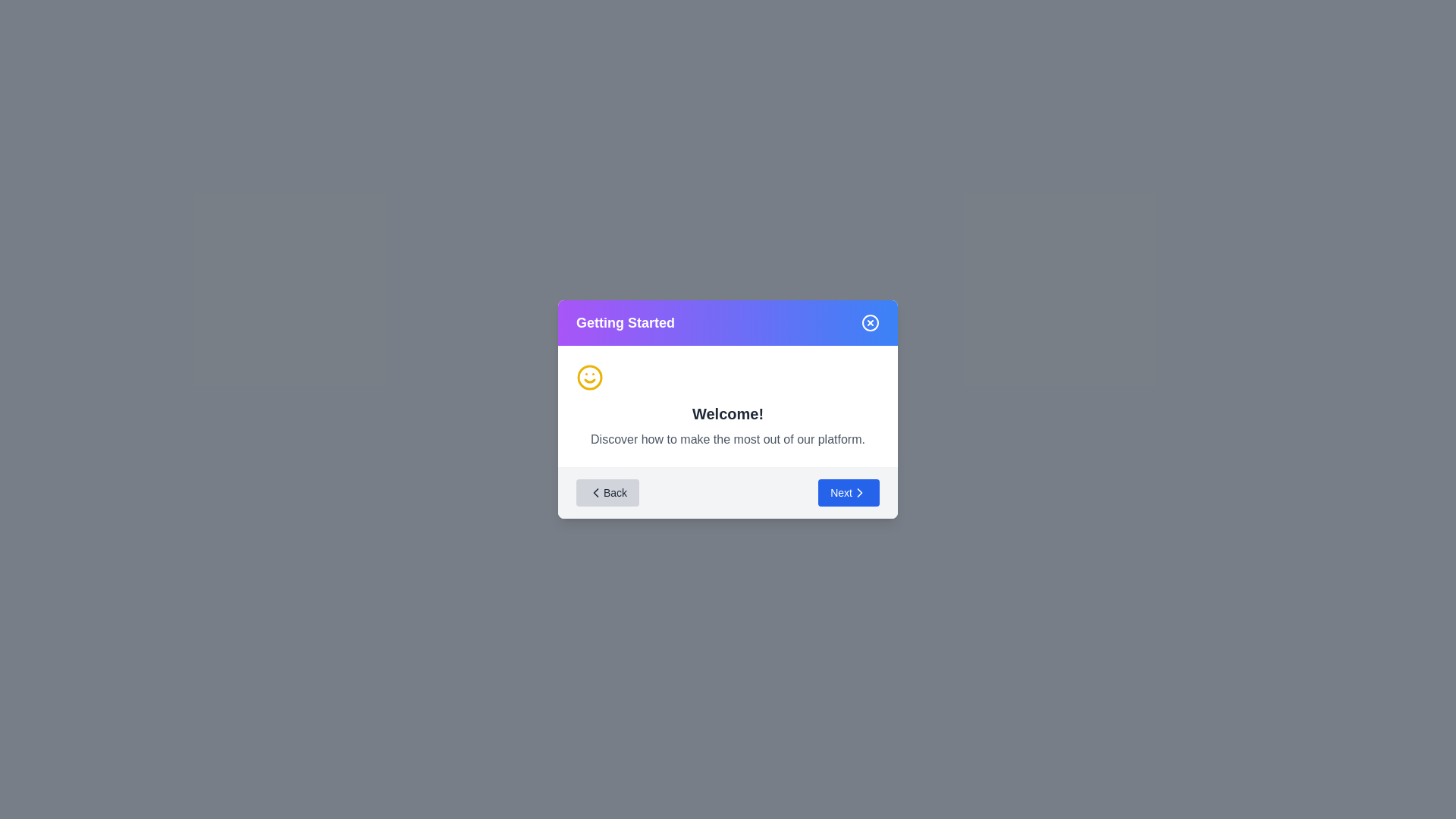  What do you see at coordinates (607, 493) in the screenshot?
I see `the 'Back' button located in the bottom-left corner of the centered modal dialog box` at bounding box center [607, 493].